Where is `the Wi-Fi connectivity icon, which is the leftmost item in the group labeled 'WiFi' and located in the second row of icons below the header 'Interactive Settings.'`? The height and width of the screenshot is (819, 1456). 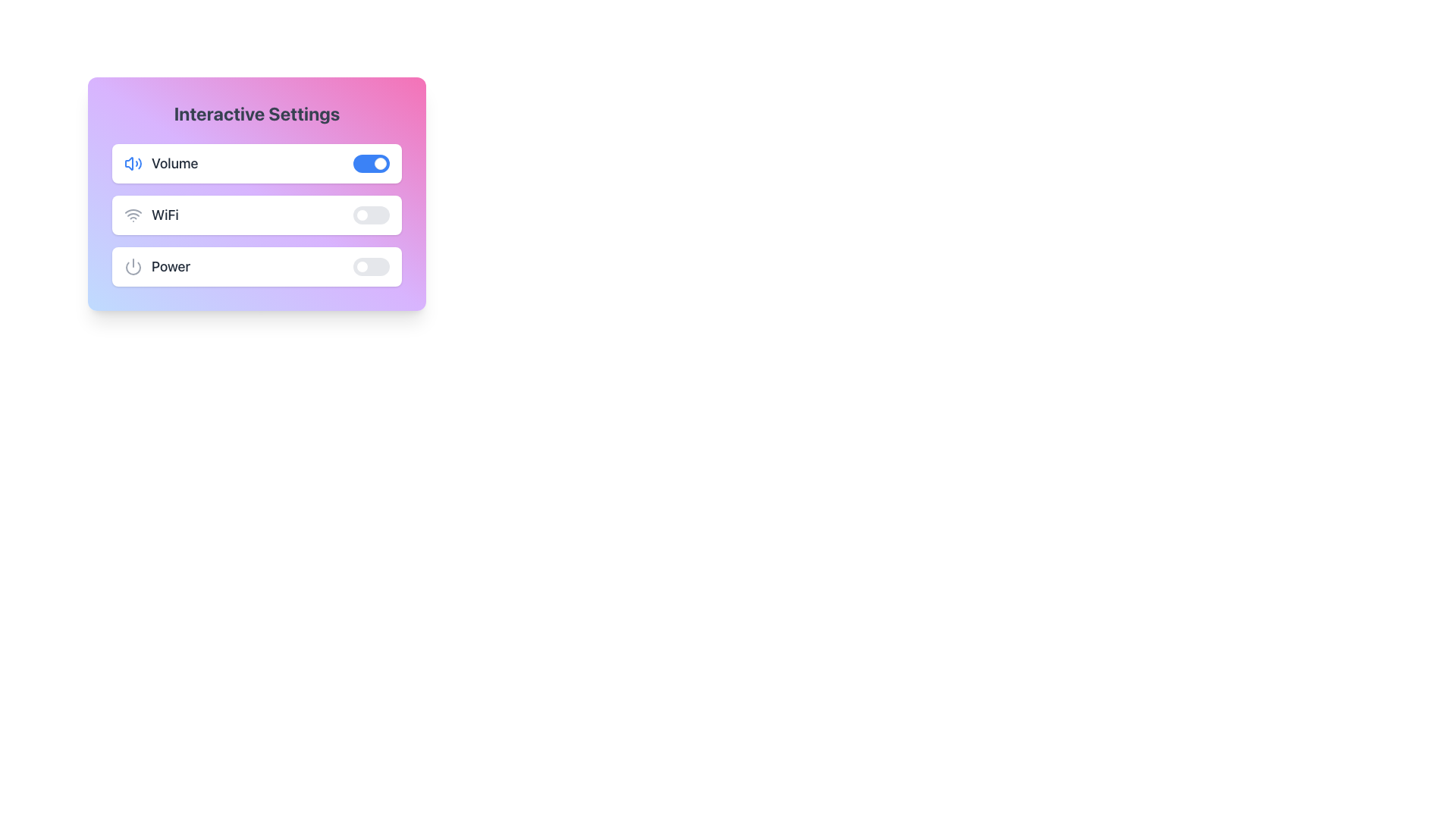 the Wi-Fi connectivity icon, which is the leftmost item in the group labeled 'WiFi' and located in the second row of icons below the header 'Interactive Settings.' is located at coordinates (133, 215).